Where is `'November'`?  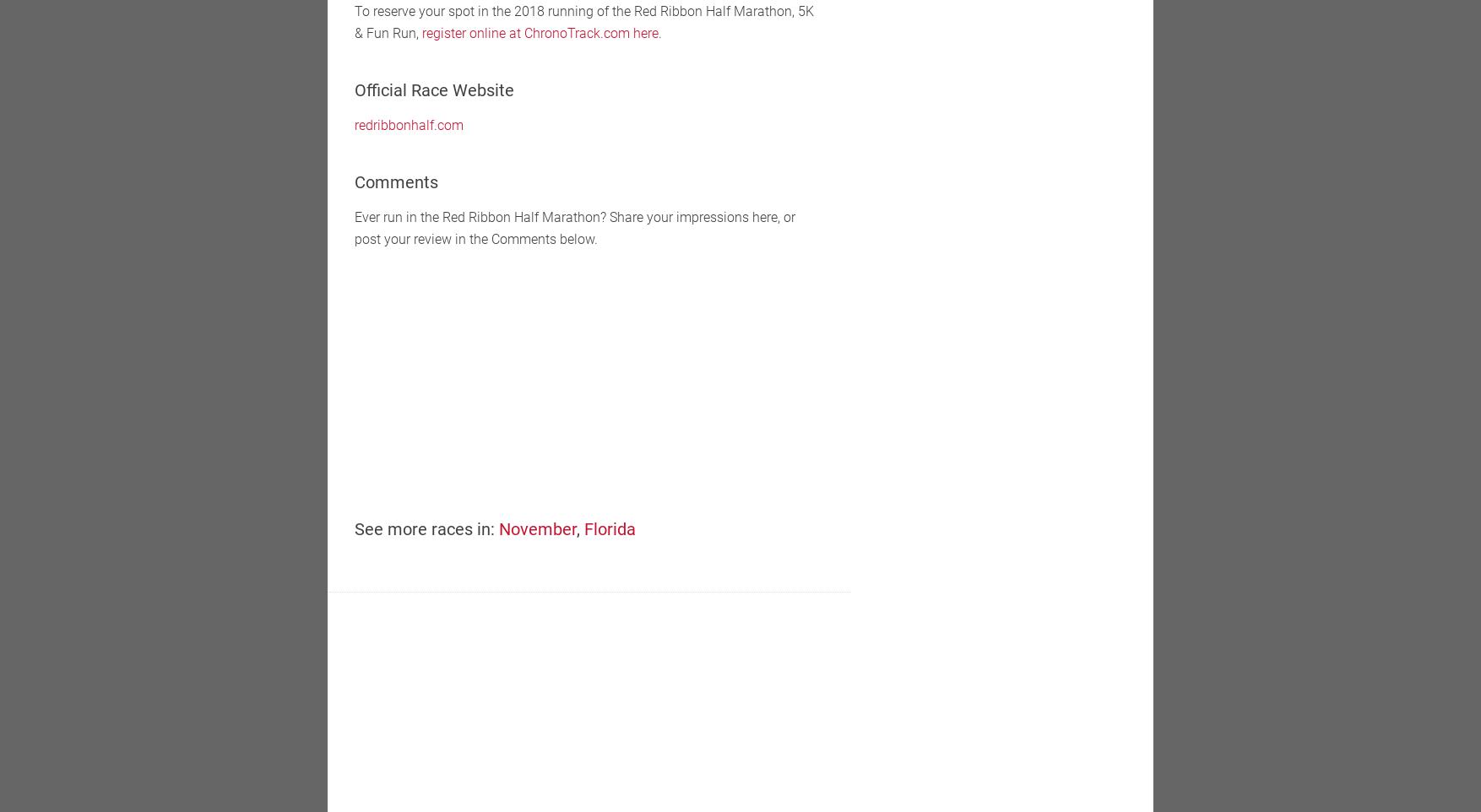 'November' is located at coordinates (537, 529).